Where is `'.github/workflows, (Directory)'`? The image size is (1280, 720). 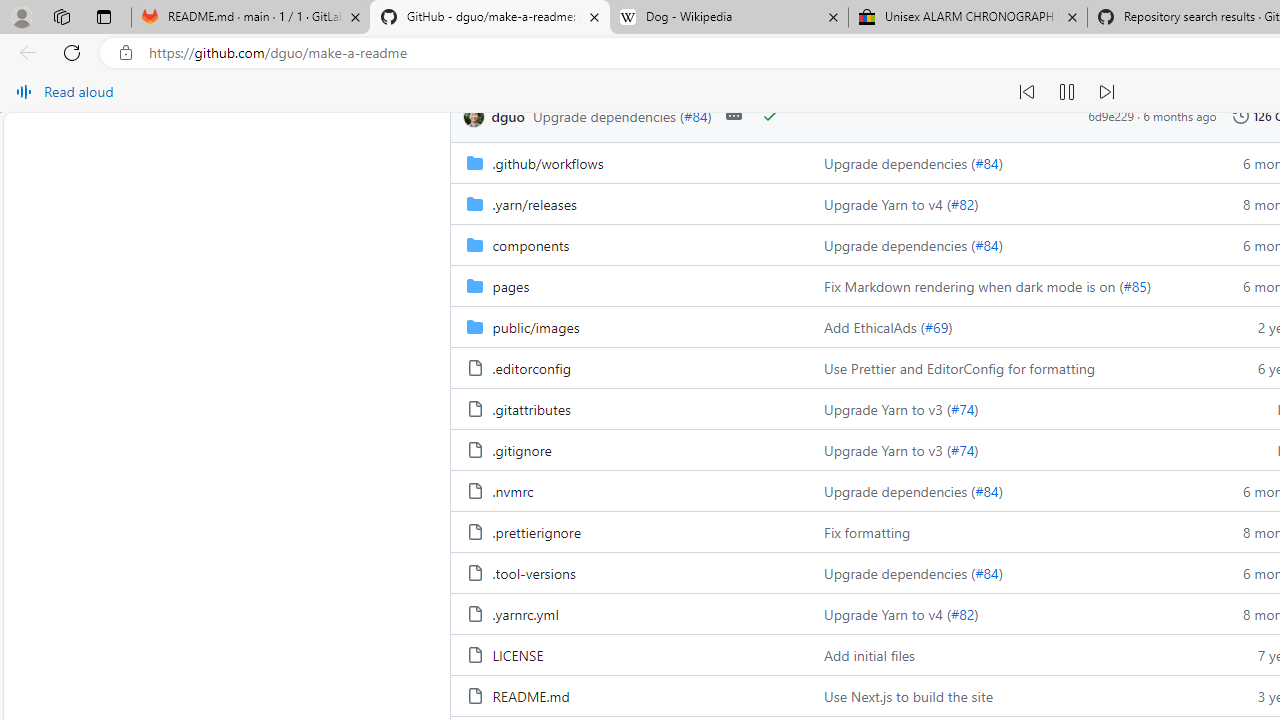
'.github/workflows, (Directory)' is located at coordinates (628, 161).